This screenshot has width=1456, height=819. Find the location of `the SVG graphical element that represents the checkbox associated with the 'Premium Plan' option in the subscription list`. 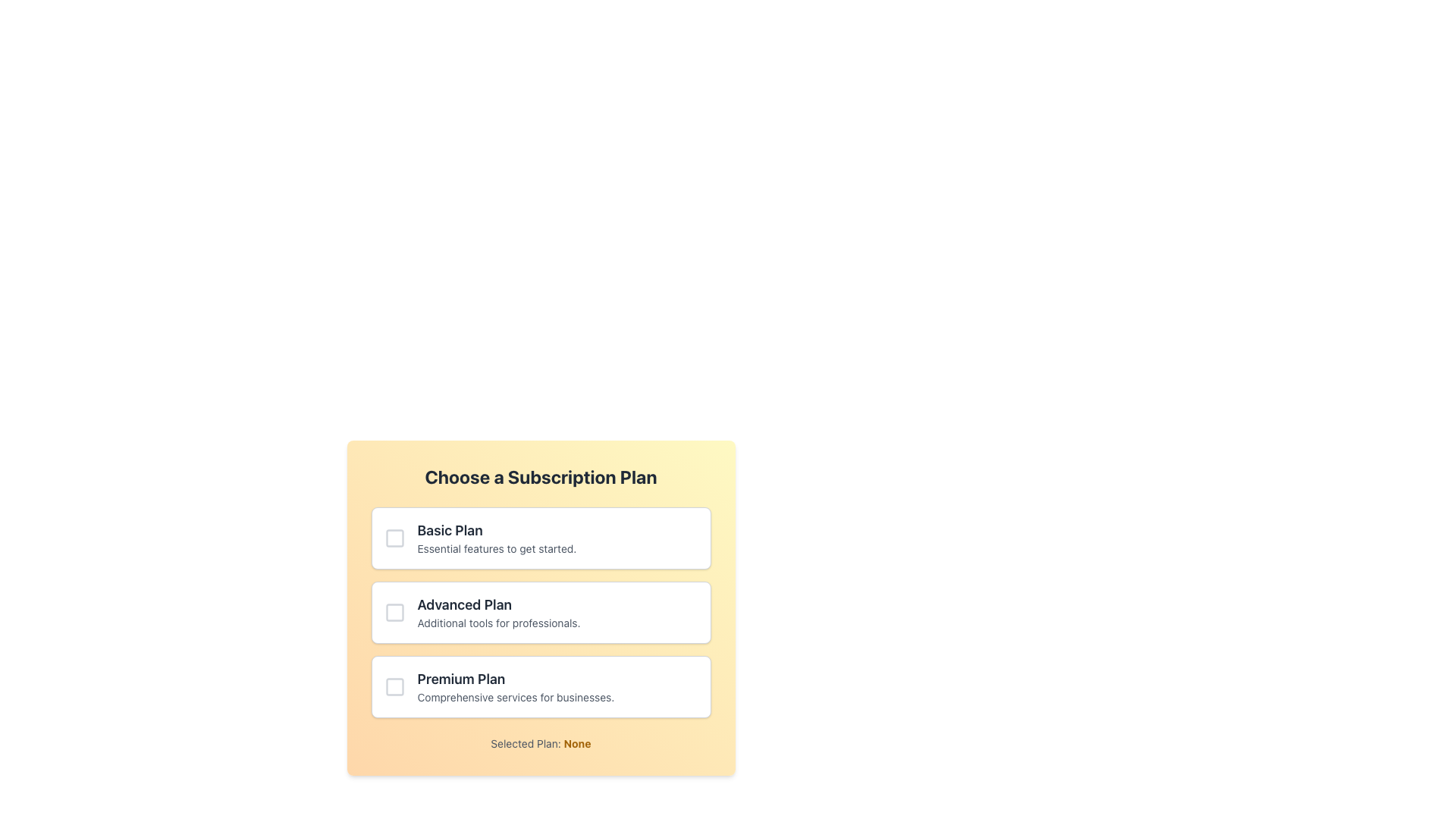

the SVG graphical element that represents the checkbox associated with the 'Premium Plan' option in the subscription list is located at coordinates (394, 687).